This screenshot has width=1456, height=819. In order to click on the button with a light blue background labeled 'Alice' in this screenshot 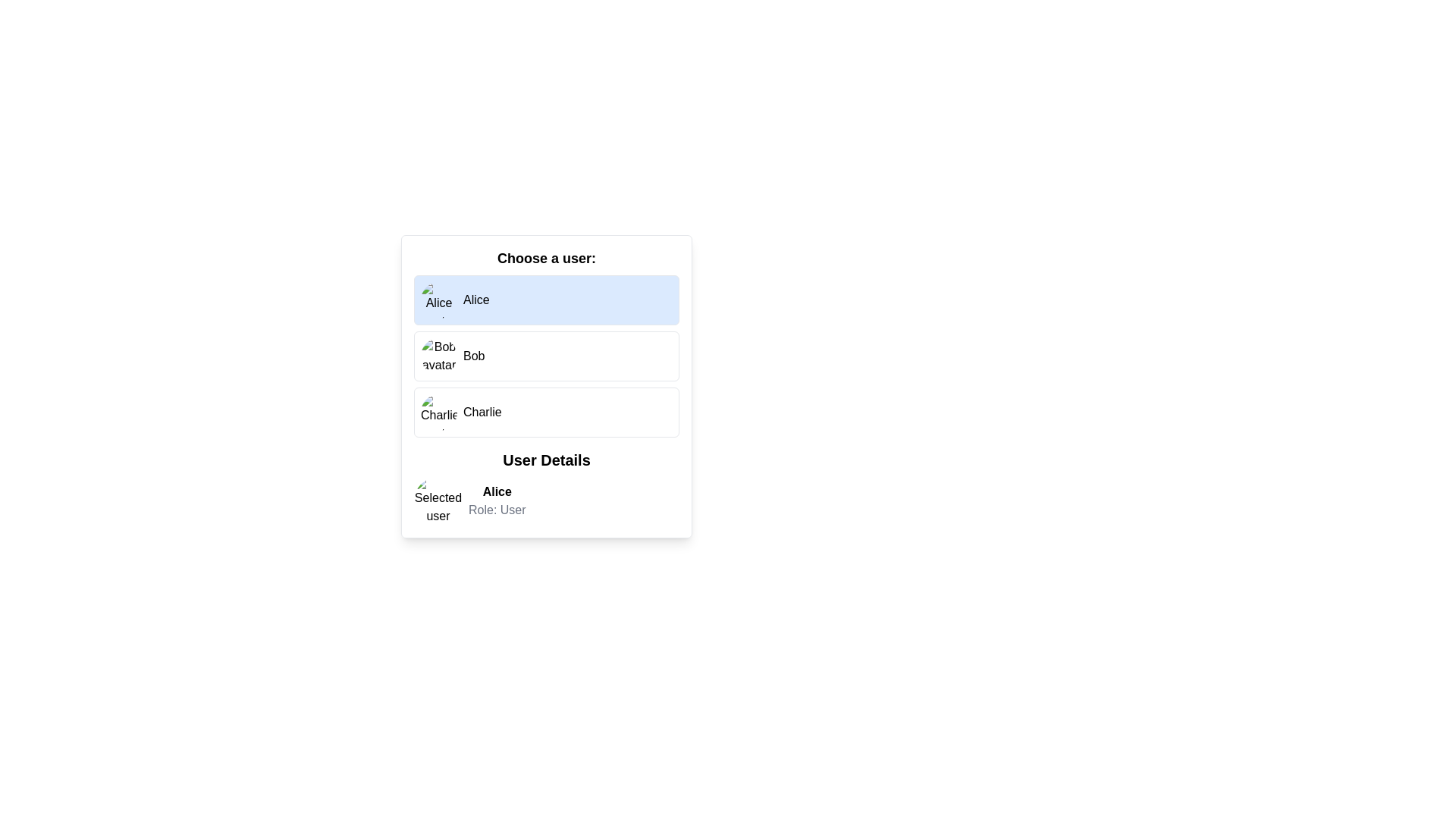, I will do `click(546, 300)`.